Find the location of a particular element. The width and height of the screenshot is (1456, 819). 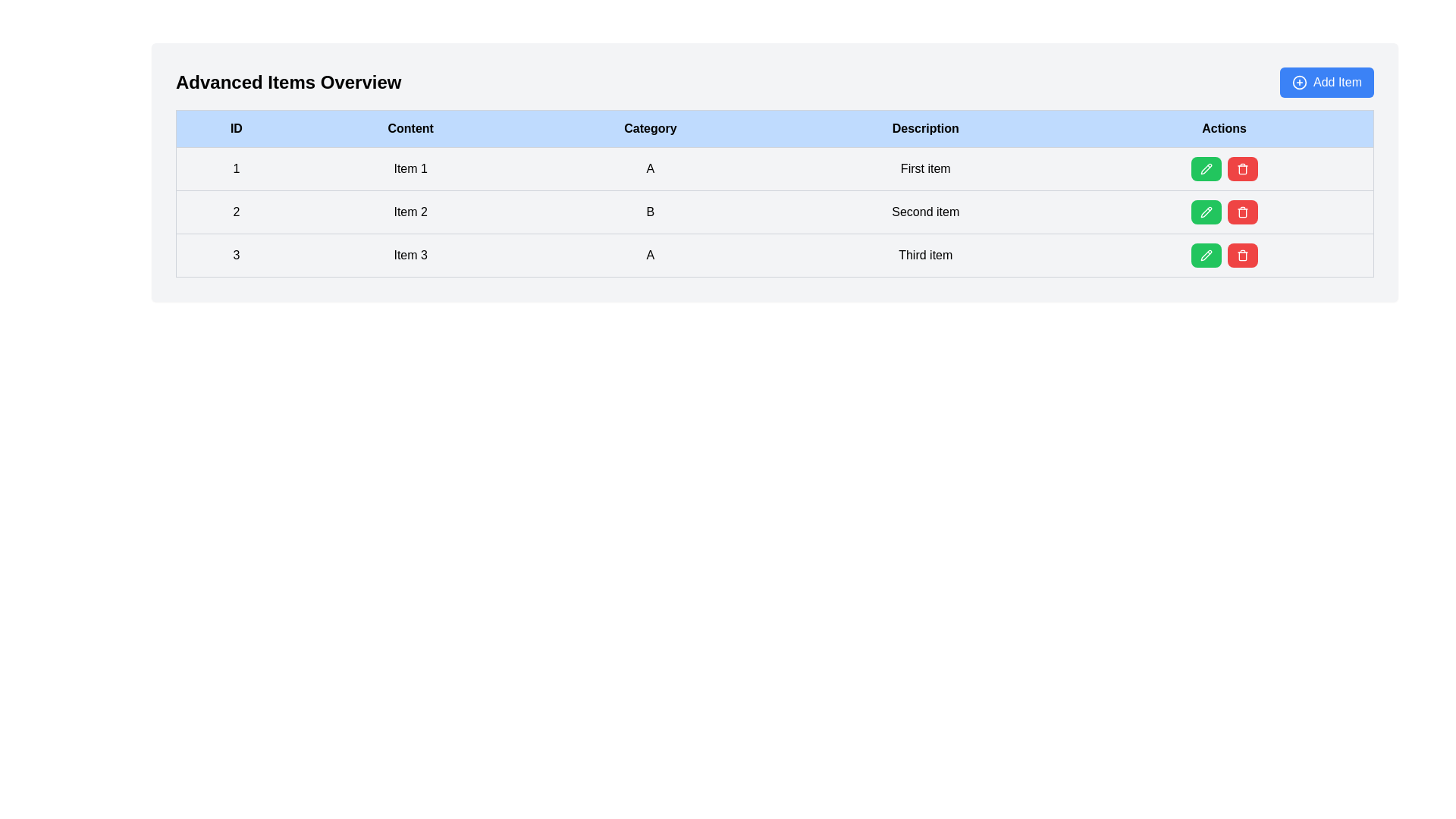

the 'Edit' button located in the 'Actions' column of the first row of the table is located at coordinates (1205, 169).